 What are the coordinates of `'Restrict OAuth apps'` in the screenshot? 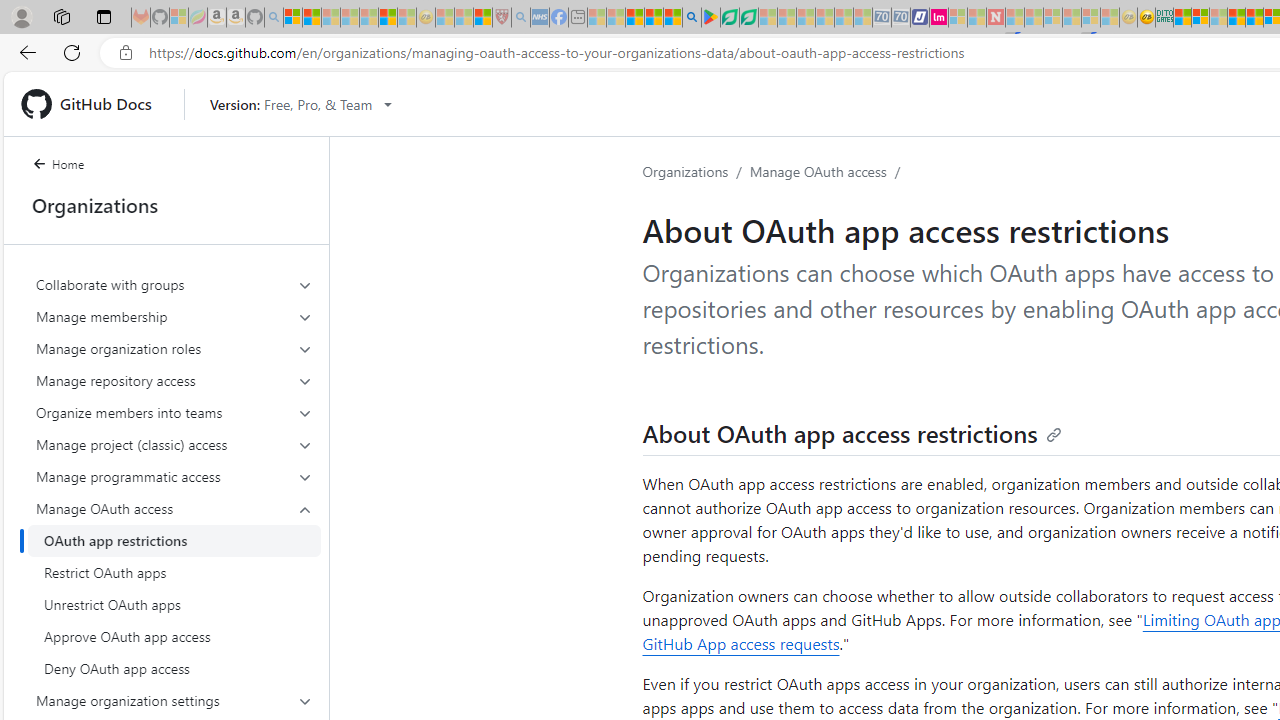 It's located at (174, 573).